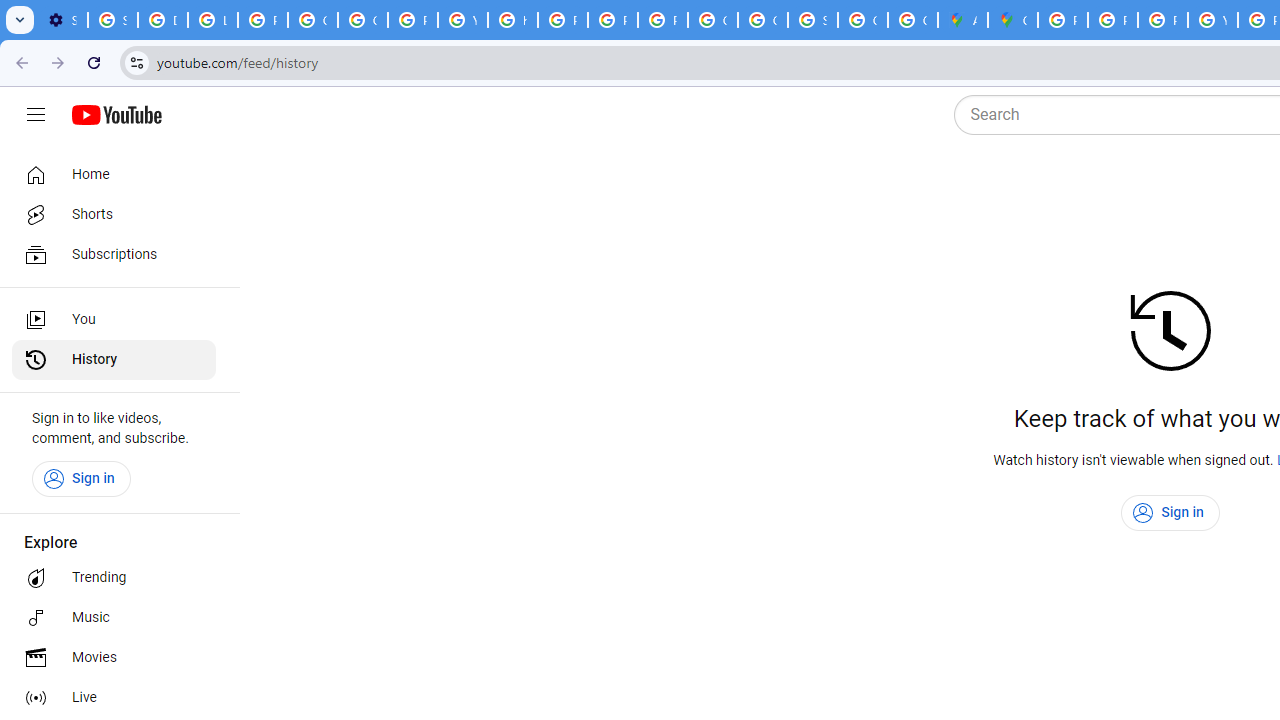  What do you see at coordinates (112, 658) in the screenshot?
I see `'Movies'` at bounding box center [112, 658].